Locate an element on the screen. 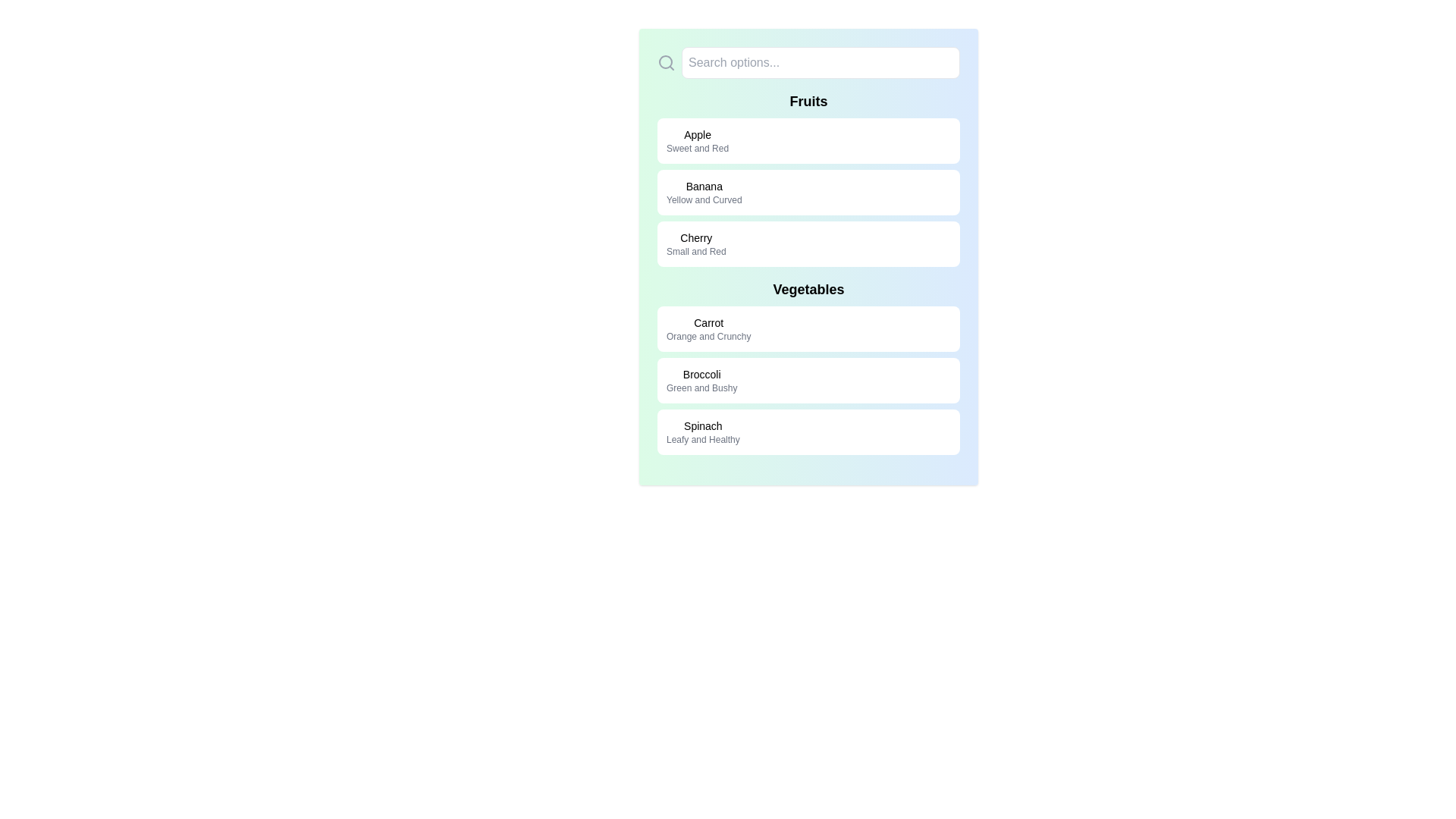 This screenshot has height=819, width=1456. the static text label reading 'Leafy and Healthy', which is positioned below the bolded title 'Spinach' in the 'Vegetables' section is located at coordinates (702, 439).